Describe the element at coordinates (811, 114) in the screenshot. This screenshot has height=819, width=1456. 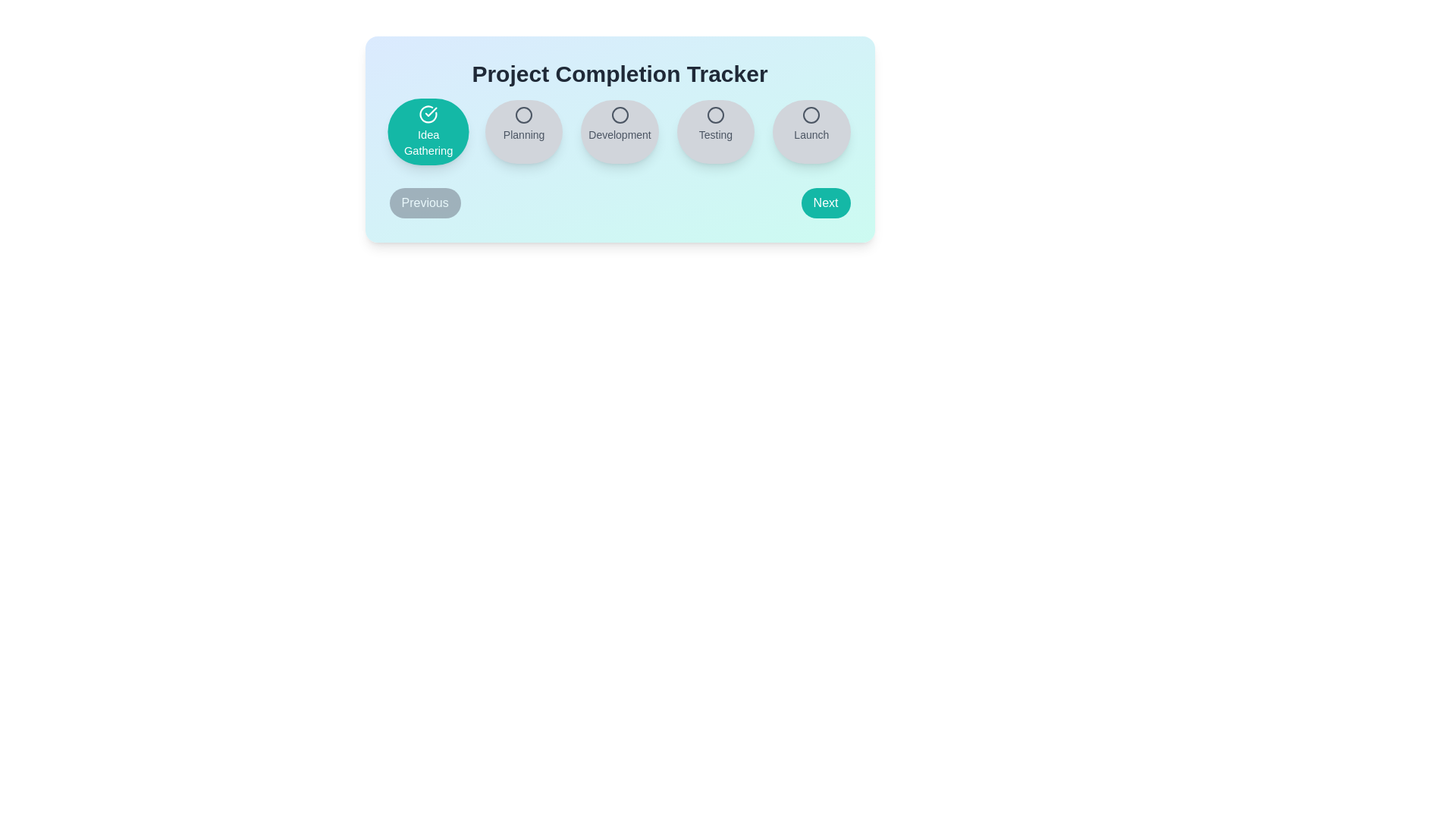
I see `the small circular icon with a double-ring design located in the center of the 'Launch' step within the progress tracker` at that location.